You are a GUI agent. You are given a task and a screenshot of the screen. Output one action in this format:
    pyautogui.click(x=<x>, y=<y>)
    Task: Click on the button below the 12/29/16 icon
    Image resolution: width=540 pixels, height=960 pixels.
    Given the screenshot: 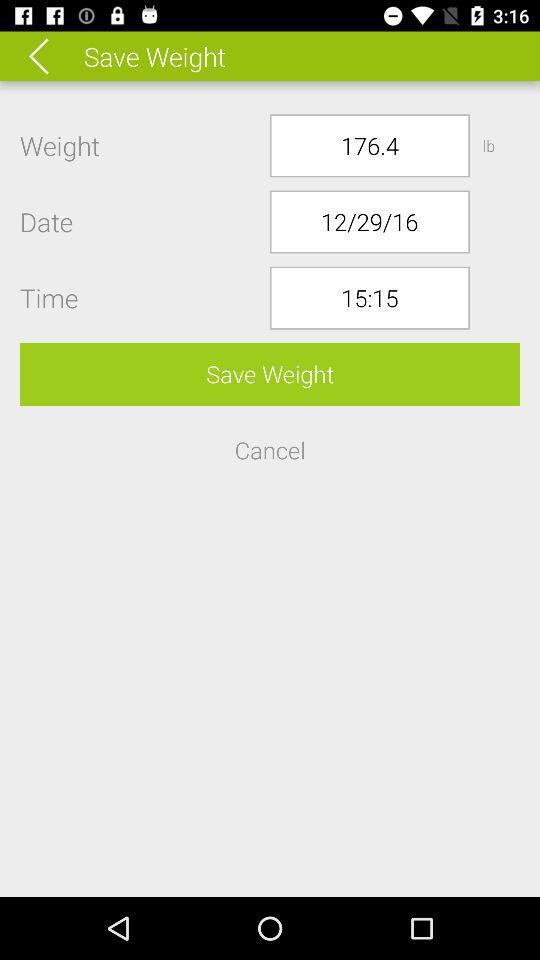 What is the action you would take?
    pyautogui.click(x=368, y=297)
    